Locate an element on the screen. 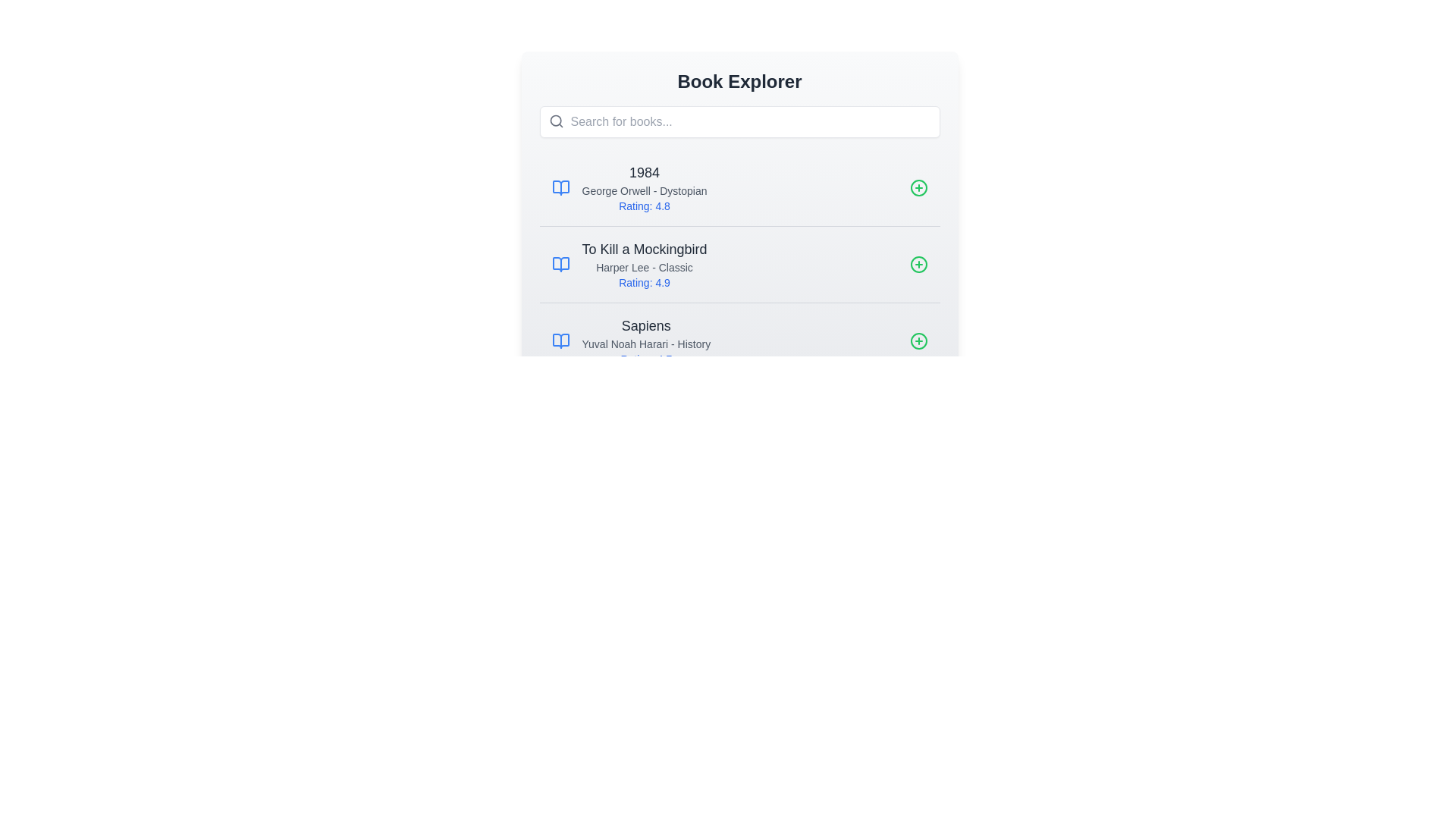  the text-based heading labeled 'Book Explorer', which is styled prominently with a bold and large font size in dark gray, located at the top of the interface is located at coordinates (739, 82).